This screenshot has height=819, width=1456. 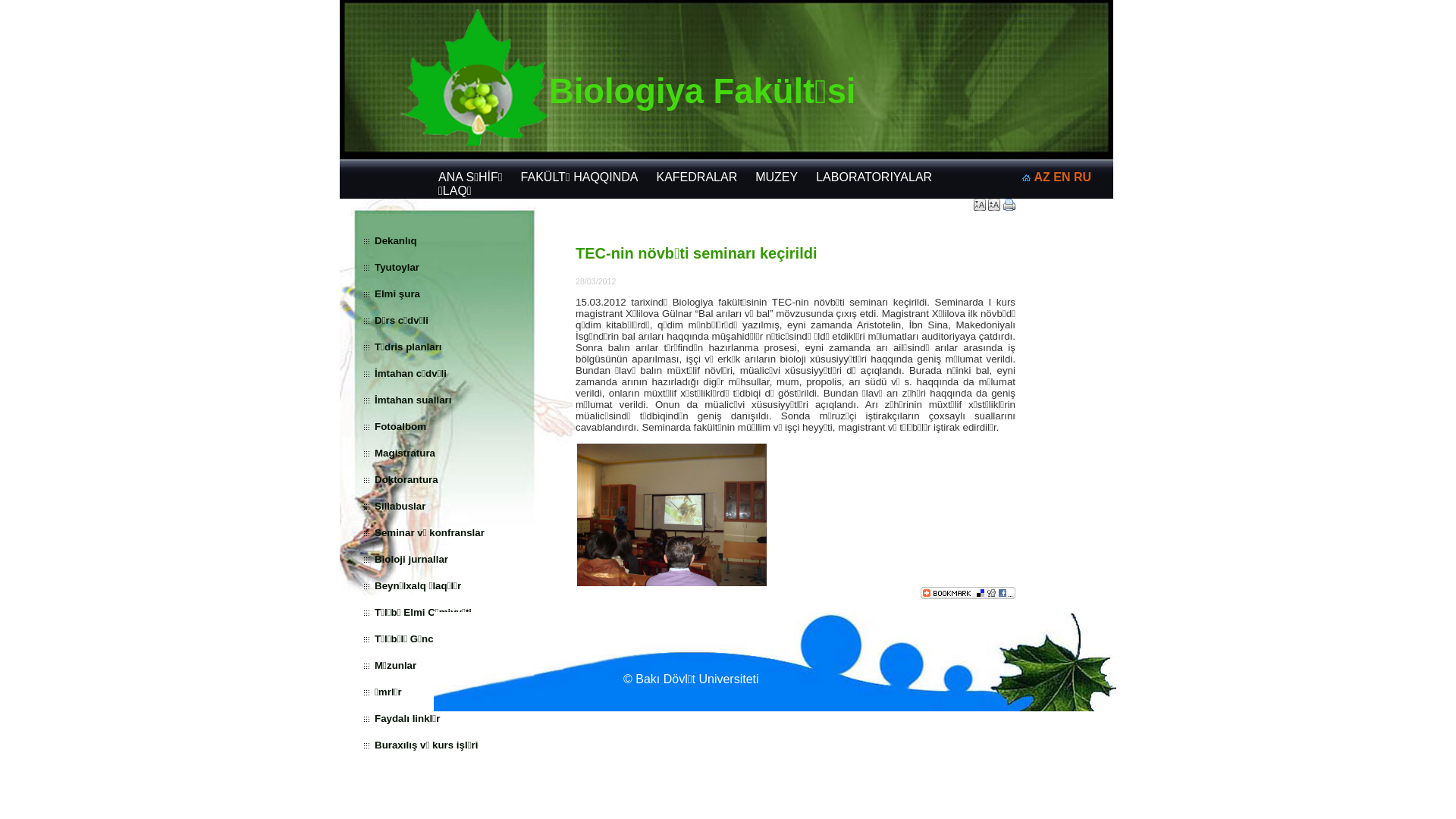 What do you see at coordinates (1061, 176) in the screenshot?
I see `'EN'` at bounding box center [1061, 176].